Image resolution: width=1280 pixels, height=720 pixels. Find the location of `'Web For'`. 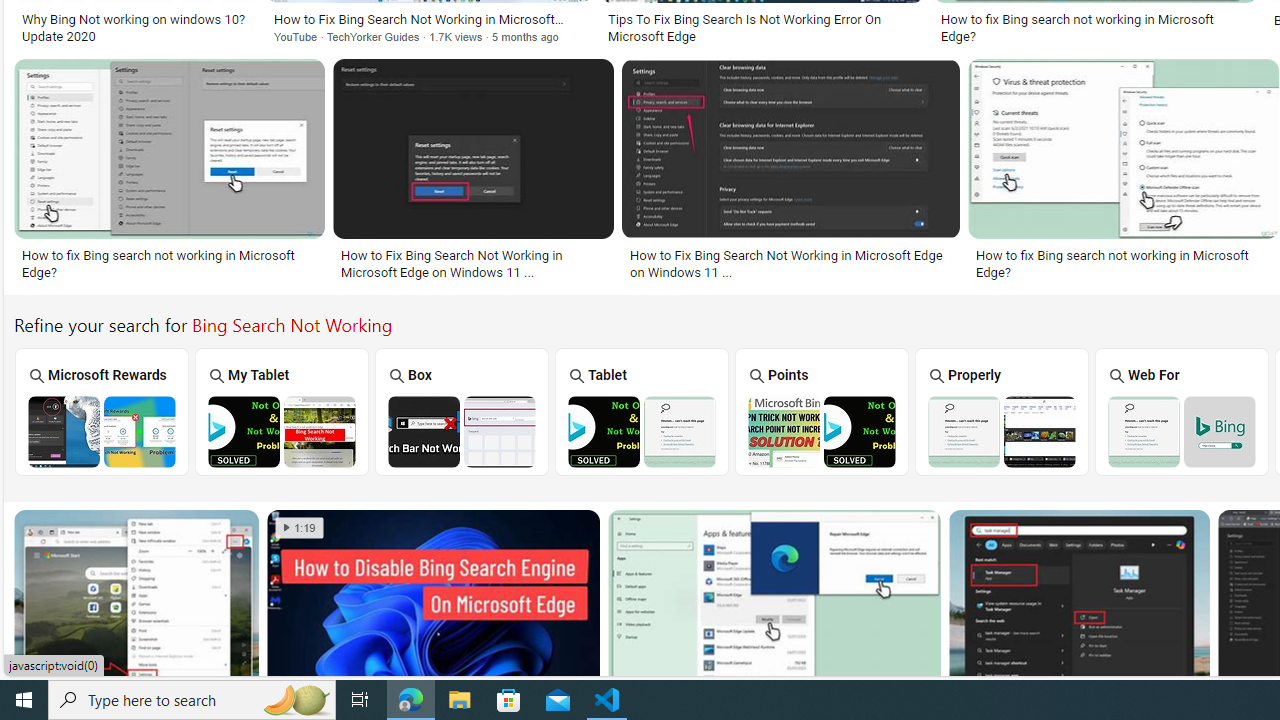

'Web For' is located at coordinates (1182, 410).